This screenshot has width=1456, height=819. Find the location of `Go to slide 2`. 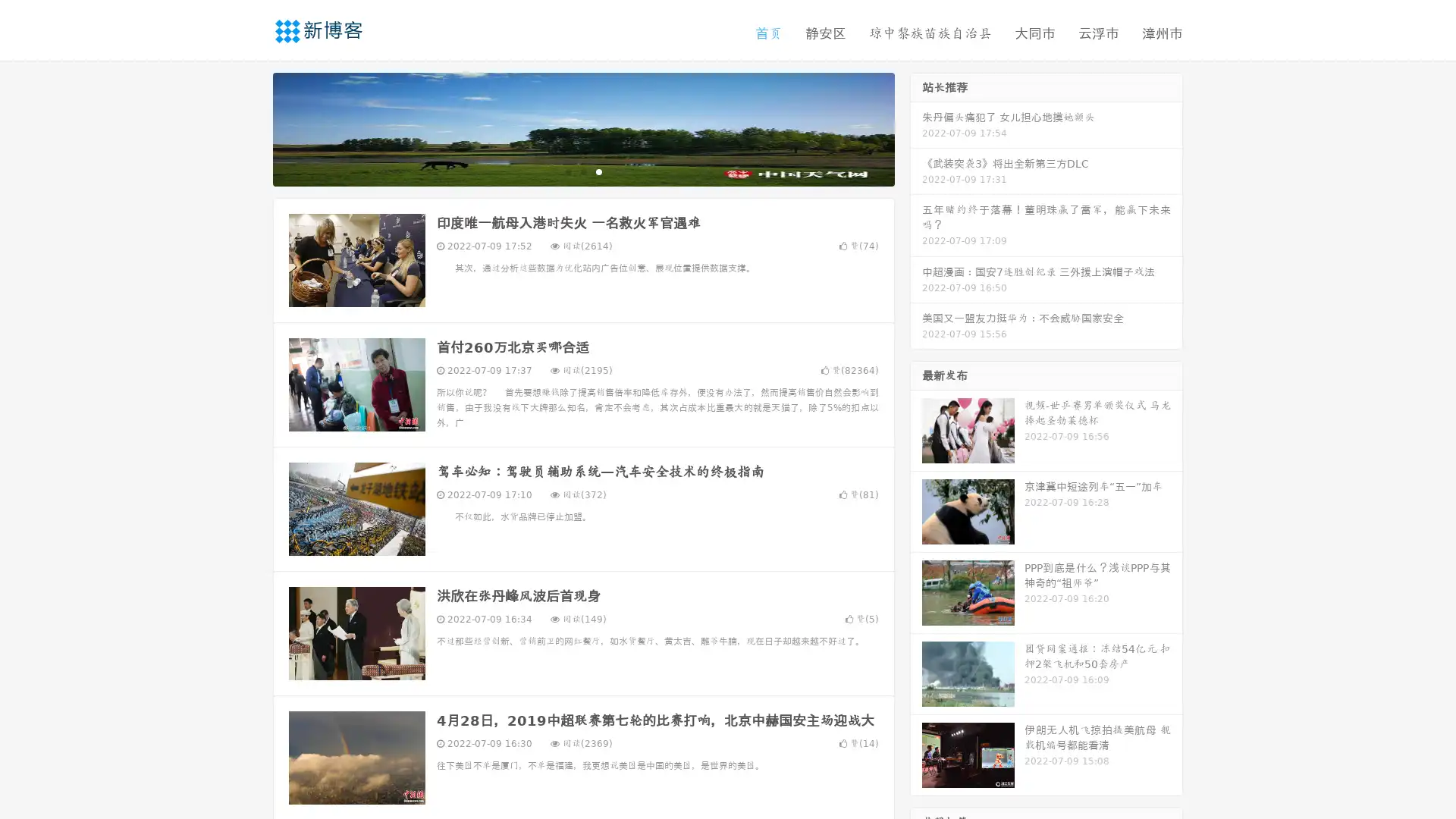

Go to slide 2 is located at coordinates (582, 171).